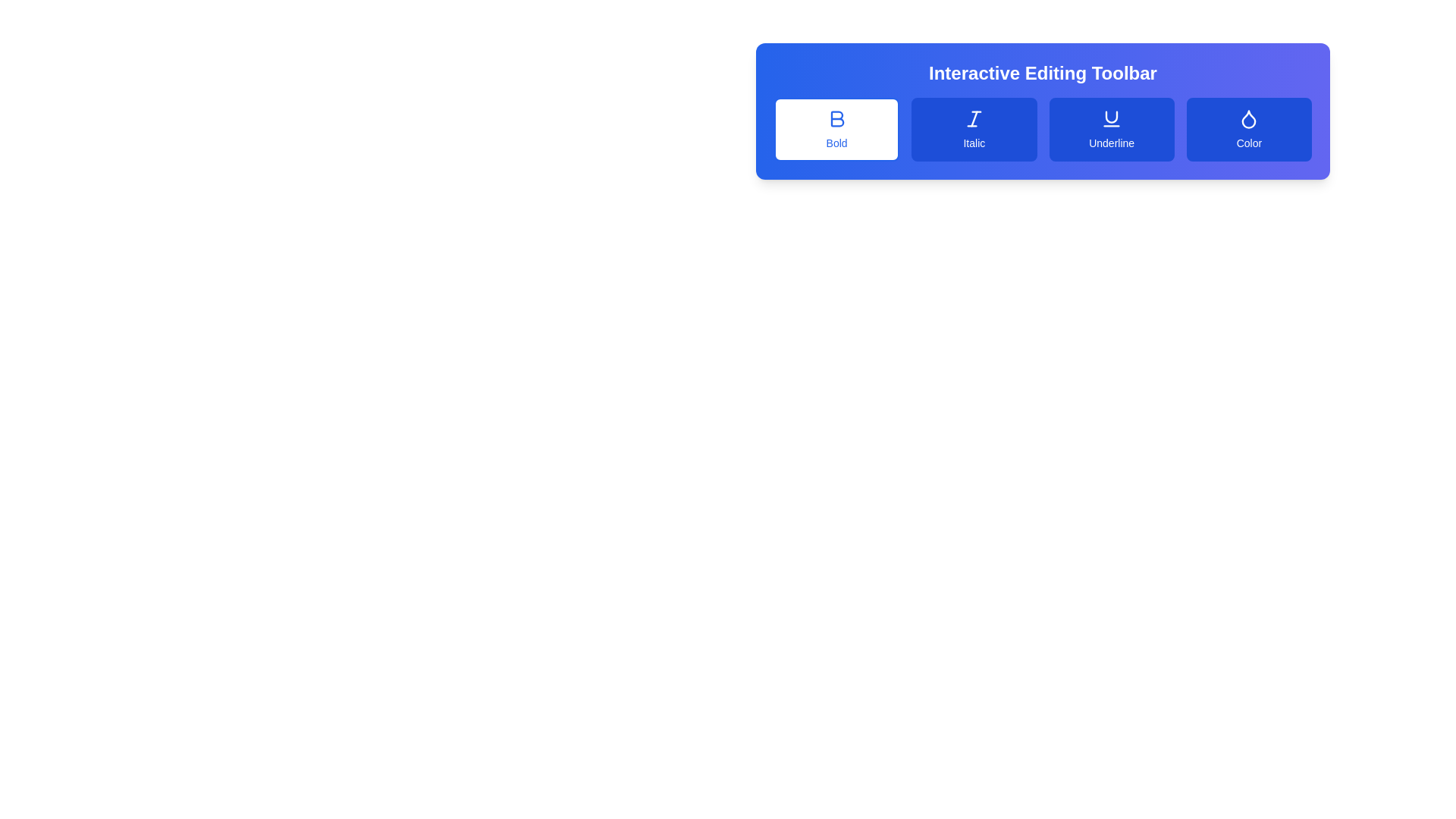  What do you see at coordinates (1112, 128) in the screenshot?
I see `the 'Underline' button, which has rounded corners, a blue background, and white text with an underline icon` at bounding box center [1112, 128].